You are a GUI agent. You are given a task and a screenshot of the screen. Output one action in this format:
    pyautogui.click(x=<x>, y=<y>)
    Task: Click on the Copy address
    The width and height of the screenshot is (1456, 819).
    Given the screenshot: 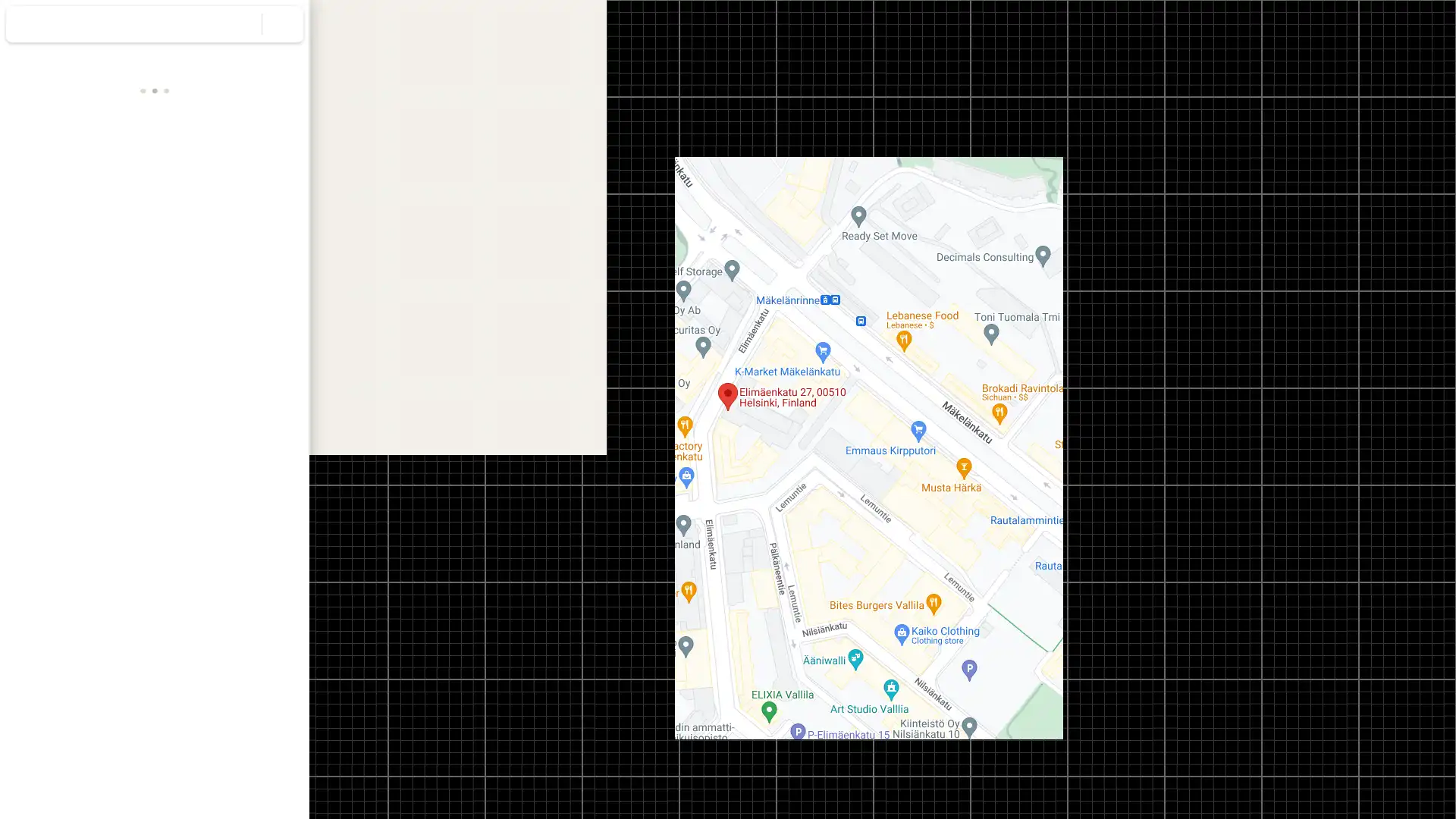 What is the action you would take?
    pyautogui.click(x=281, y=331)
    